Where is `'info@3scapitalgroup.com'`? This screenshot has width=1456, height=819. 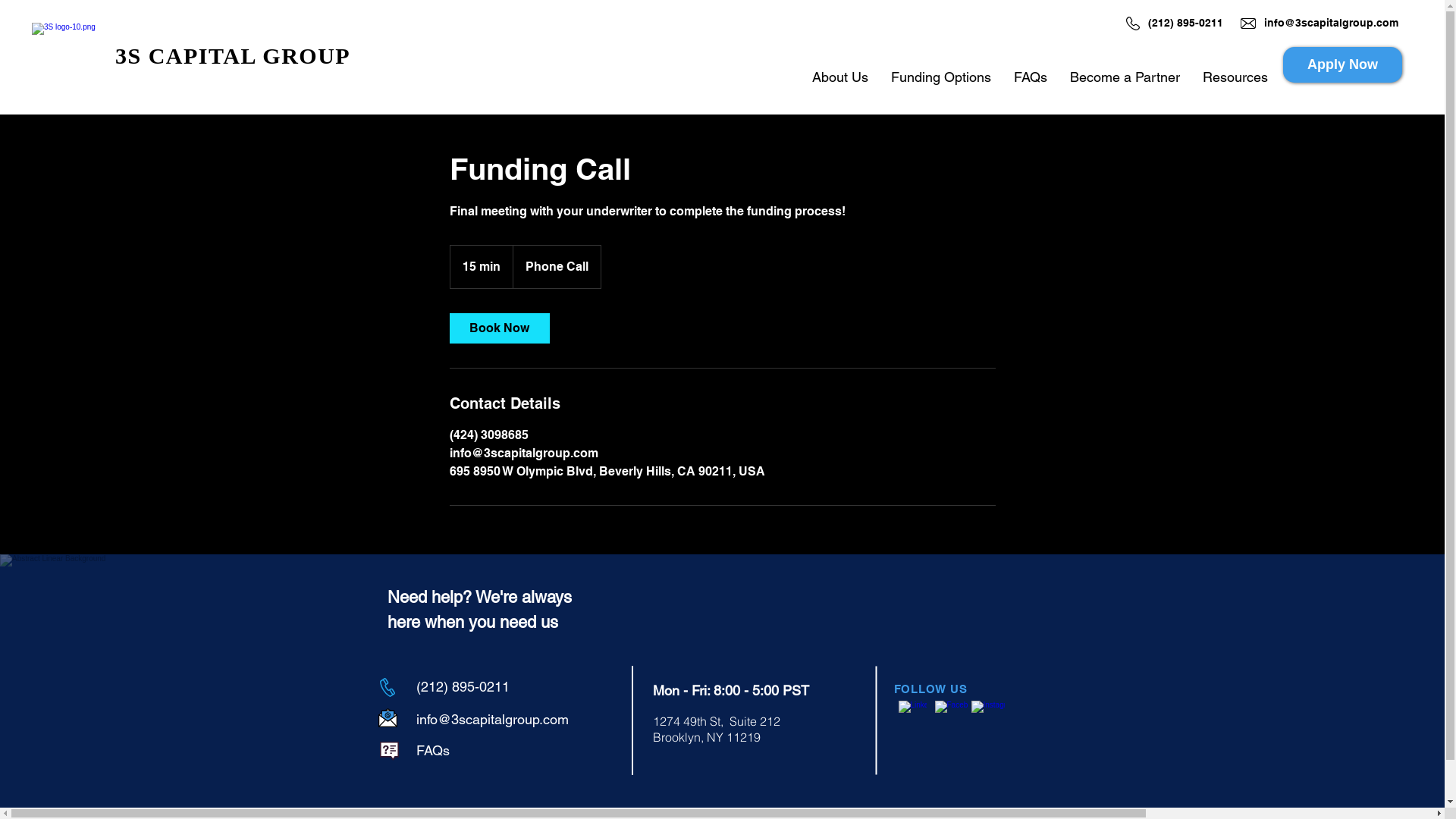
'info@3scapitalgroup.com' is located at coordinates (1330, 23).